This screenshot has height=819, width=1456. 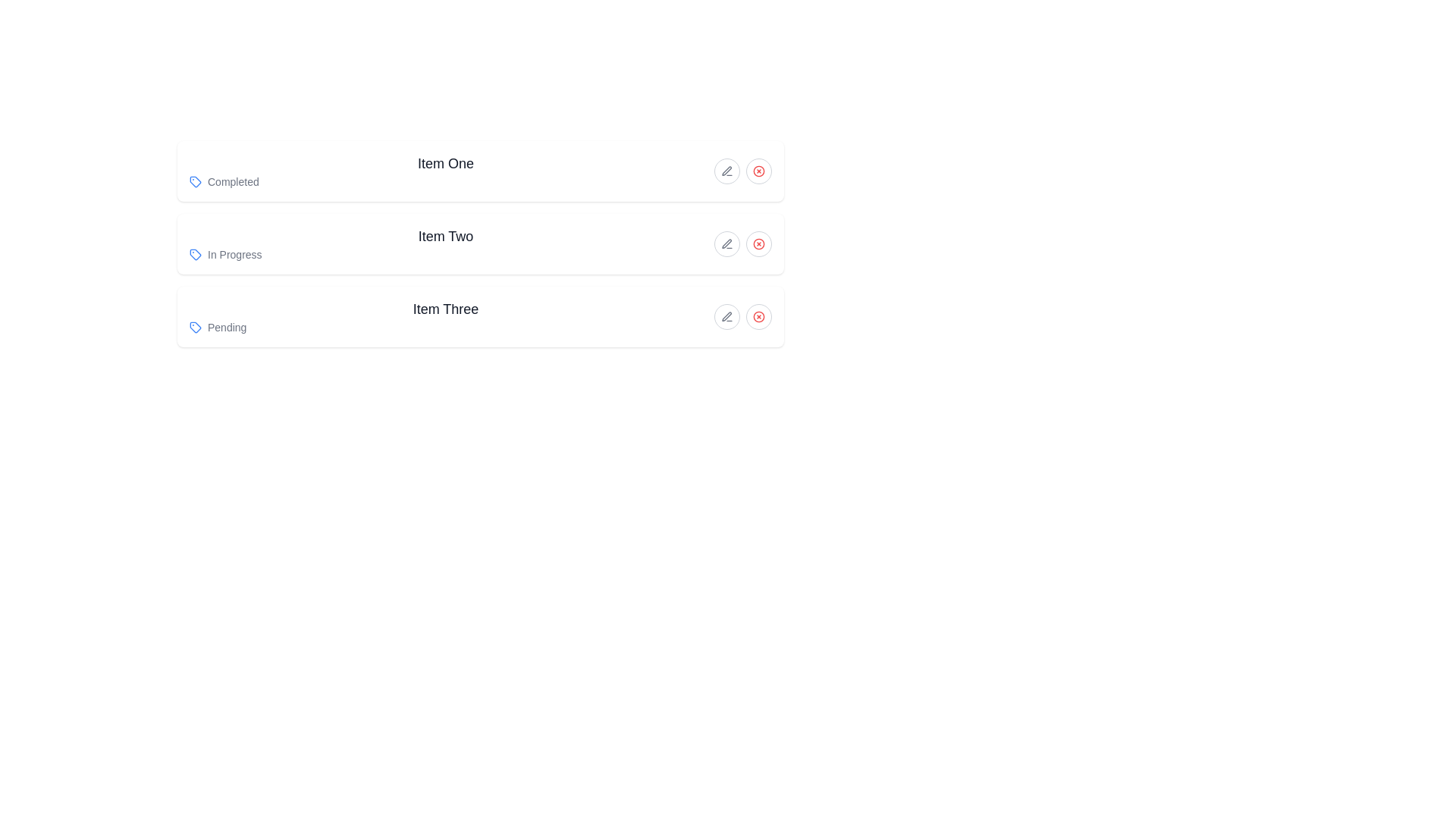 I want to click on the leftmost icon indicating the status 'In Progress' within the vertical list of categories, so click(x=195, y=253).